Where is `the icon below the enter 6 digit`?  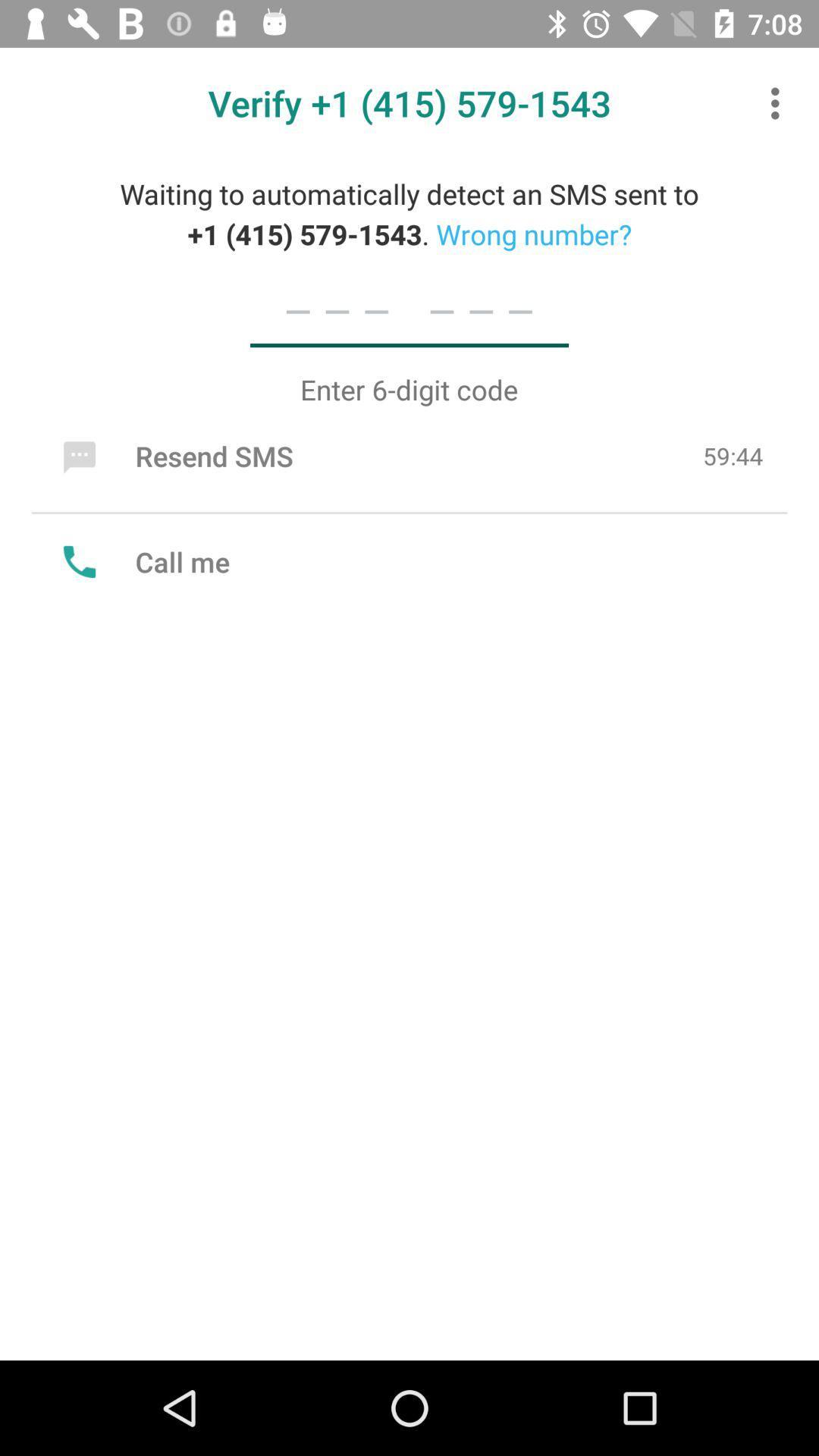
the icon below the enter 6 digit is located at coordinates (174, 455).